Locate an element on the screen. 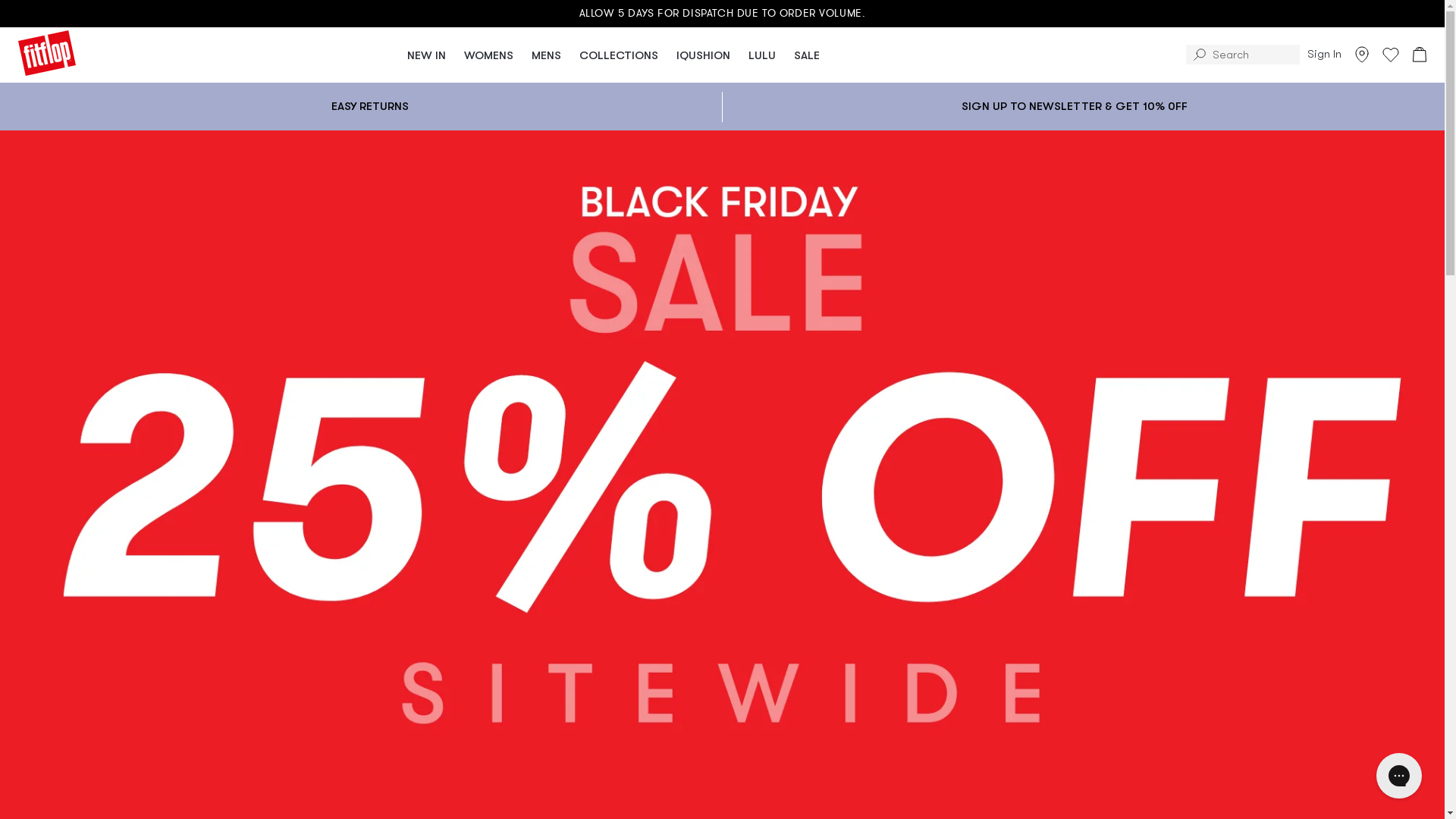 The width and height of the screenshot is (1456, 819). 'EASY RETURNS' is located at coordinates (370, 105).